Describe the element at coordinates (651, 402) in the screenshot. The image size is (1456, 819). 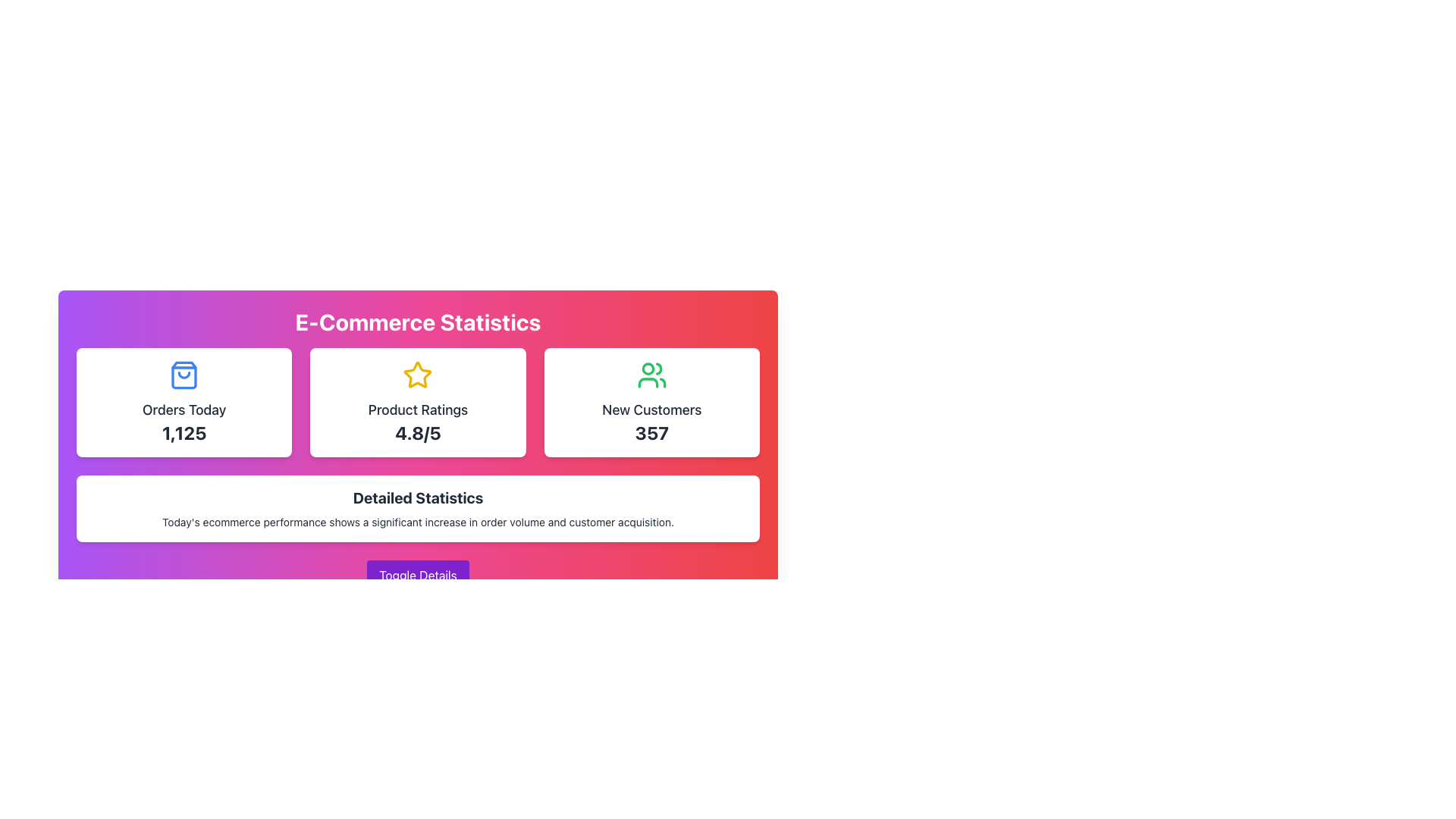
I see `the 'New Customers' metric card, which displays a value of '357' and is the third card in a row of three on the dashboard` at that location.